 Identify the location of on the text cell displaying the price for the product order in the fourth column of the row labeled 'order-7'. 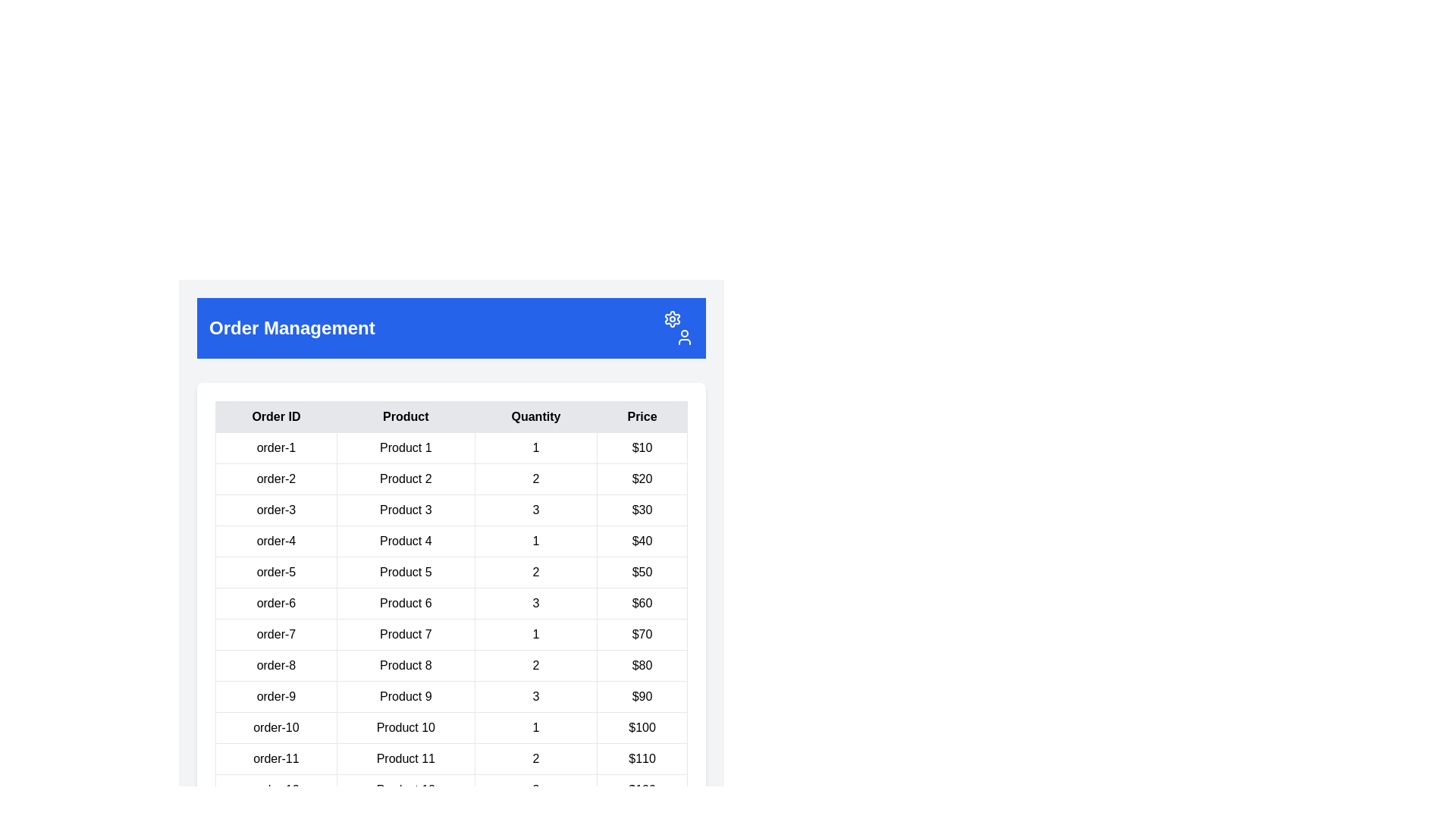
(642, 635).